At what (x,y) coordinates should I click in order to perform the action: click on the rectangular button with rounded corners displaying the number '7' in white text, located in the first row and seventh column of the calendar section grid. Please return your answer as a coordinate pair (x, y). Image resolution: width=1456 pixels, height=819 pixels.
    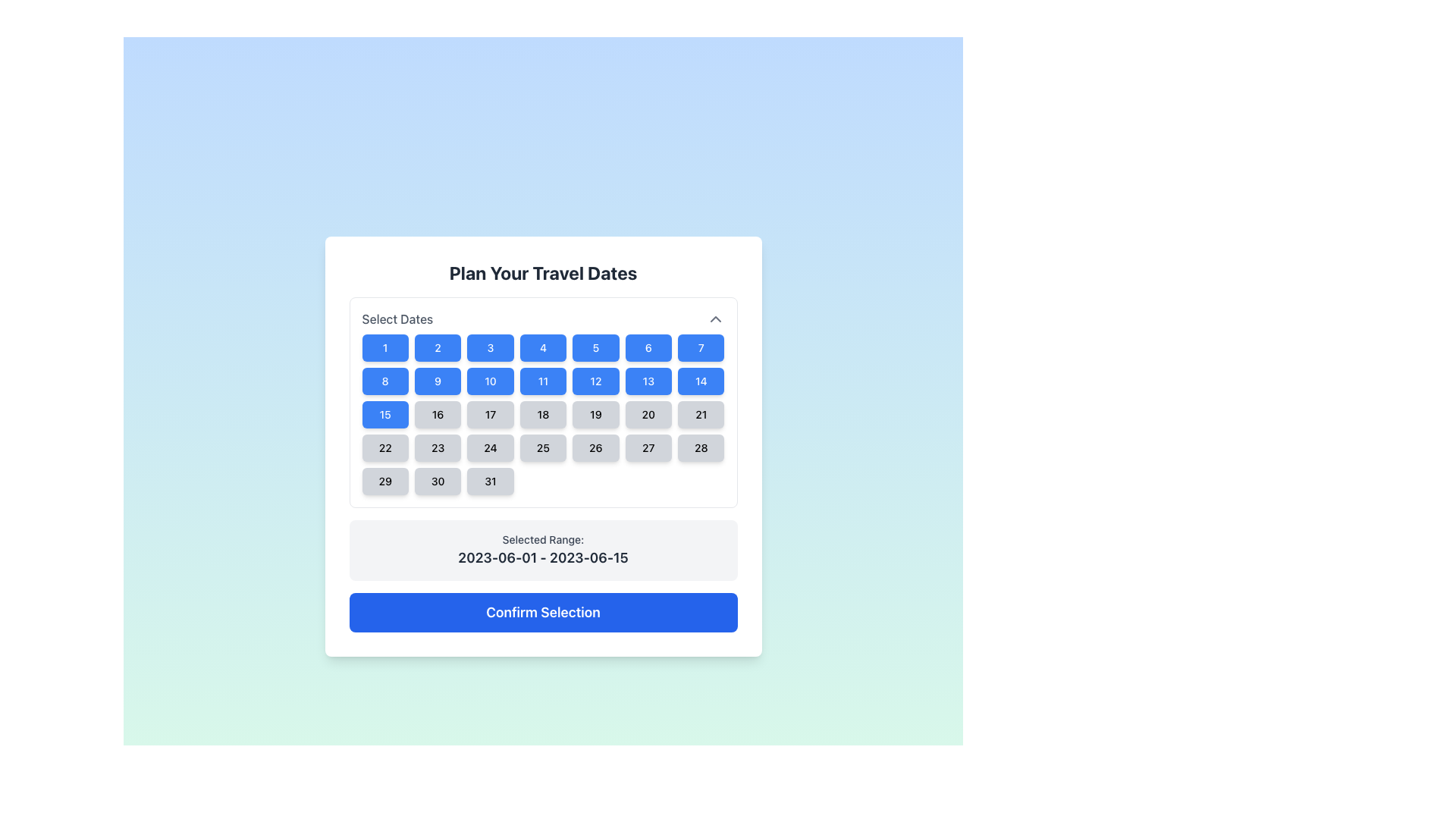
    Looking at the image, I should click on (700, 348).